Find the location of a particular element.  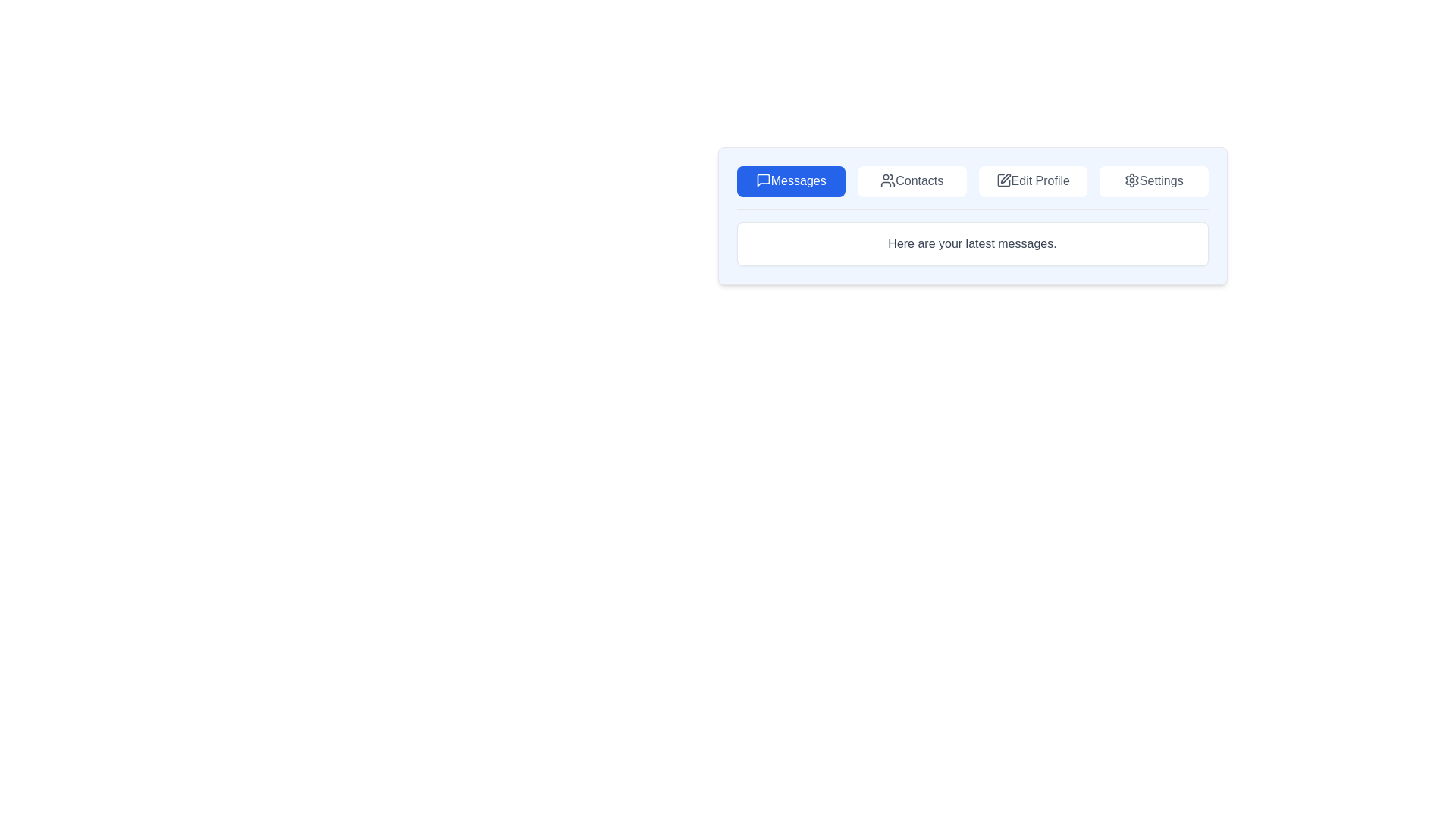

the Contacts tab is located at coordinates (911, 180).